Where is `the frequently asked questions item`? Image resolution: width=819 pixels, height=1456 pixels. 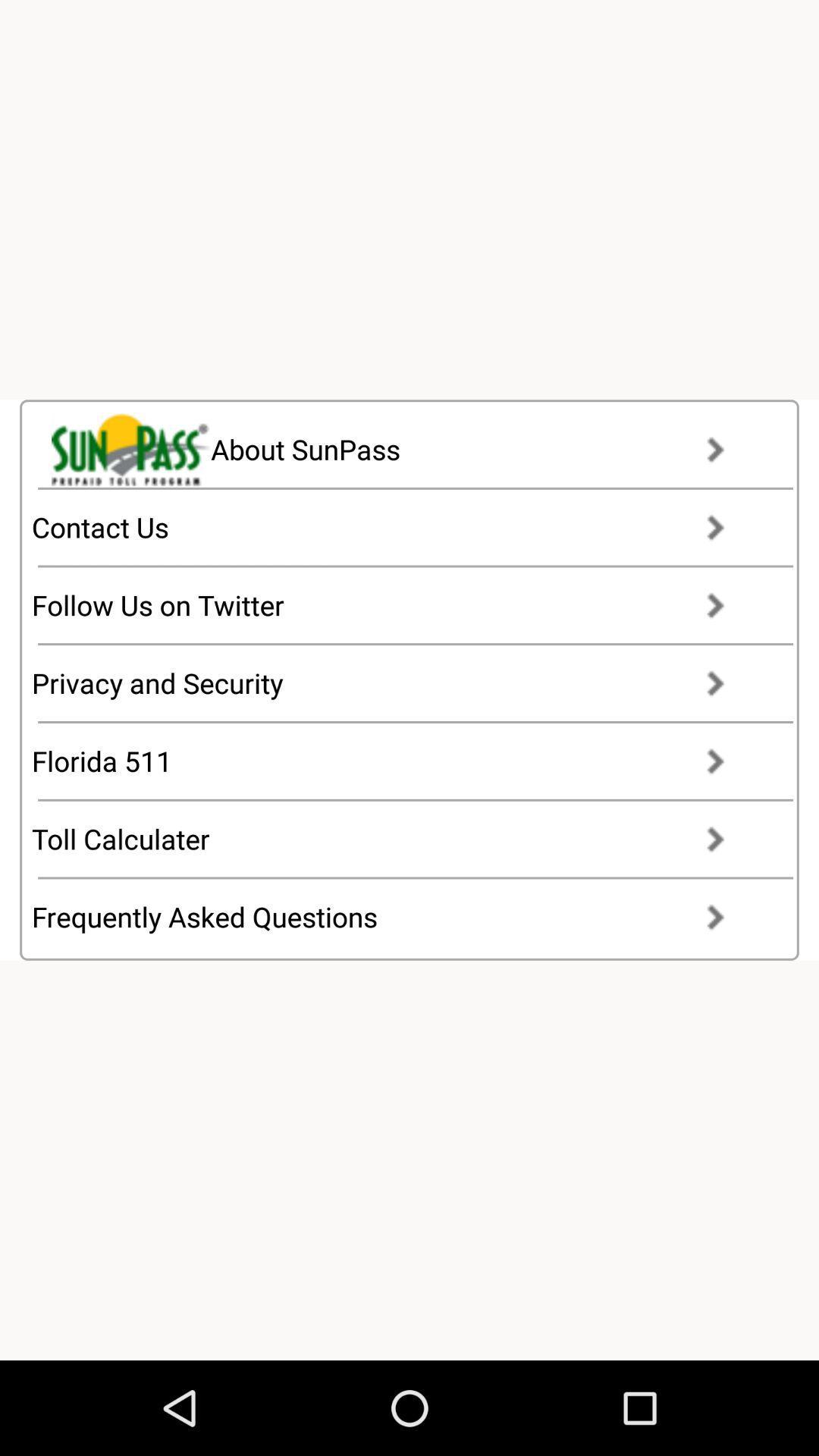
the frequently asked questions item is located at coordinates (391, 916).